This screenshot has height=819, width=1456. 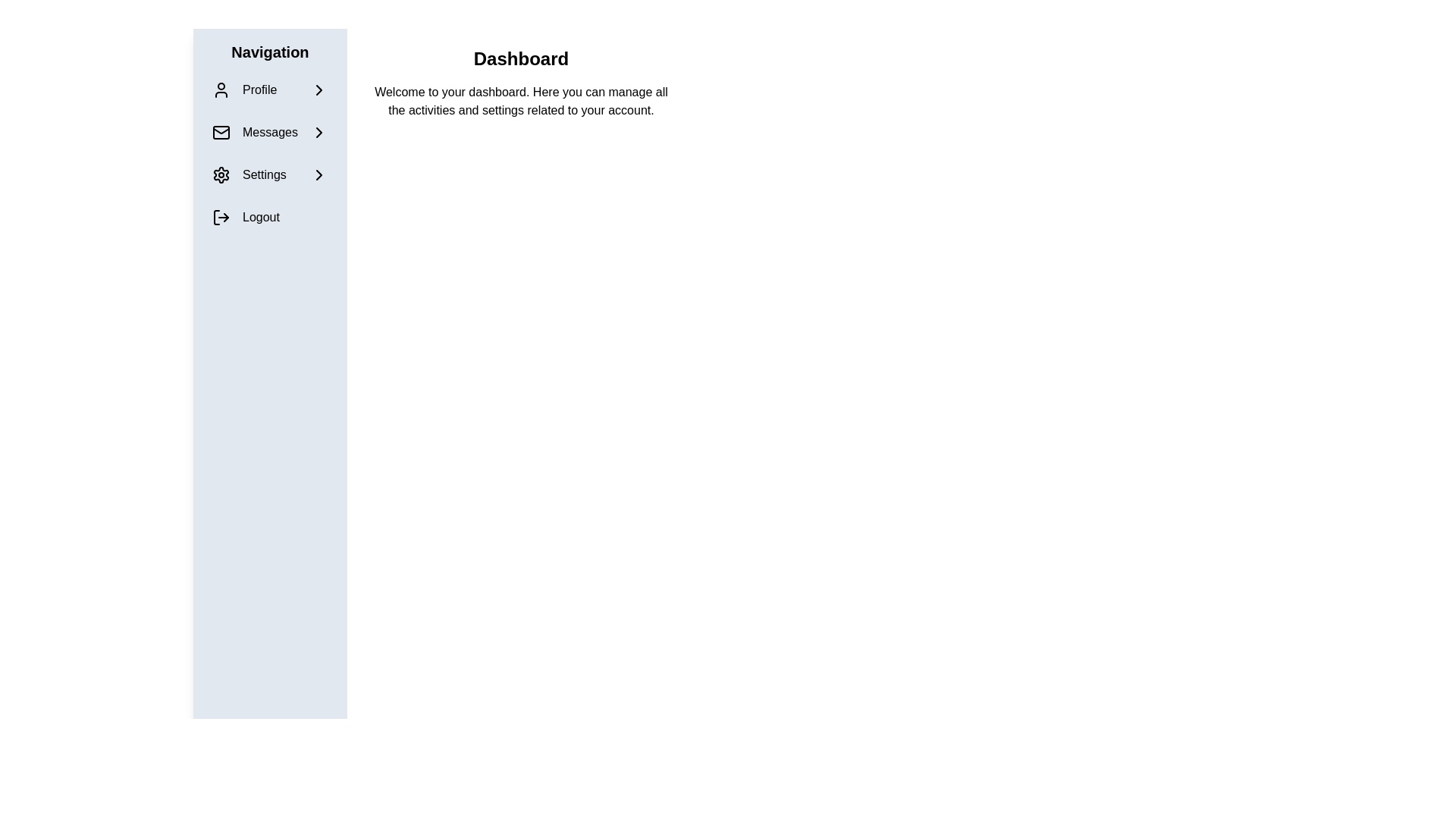 What do you see at coordinates (270, 131) in the screenshot?
I see `the 'Messages' navigation label located in the vertical sidebar on the left side of the interface, which is the second item in the list of options` at bounding box center [270, 131].